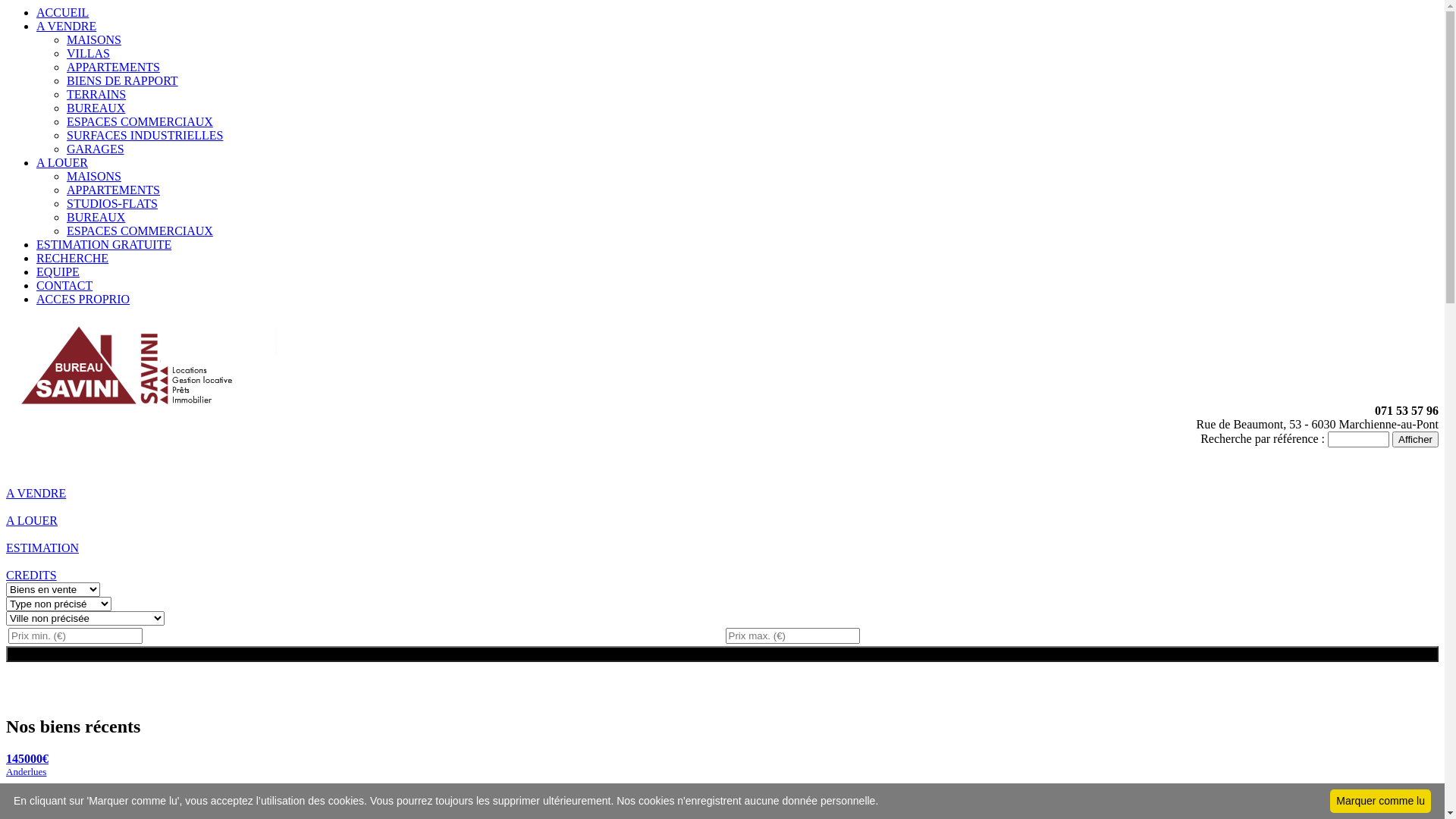 The height and width of the screenshot is (819, 1456). I want to click on 'A VENDRE', so click(36, 500).